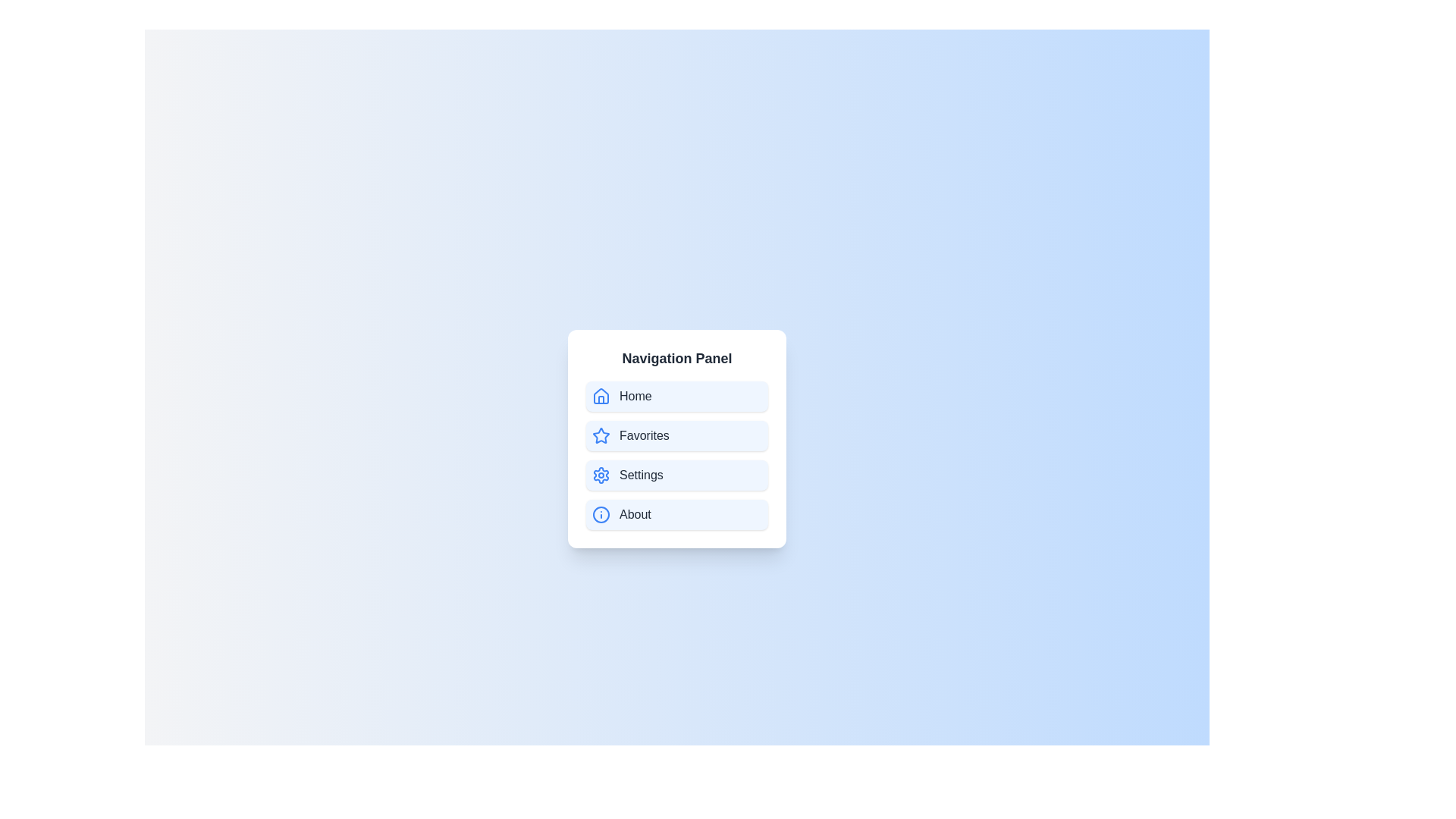 This screenshot has width=1456, height=819. Describe the element at coordinates (641, 475) in the screenshot. I see `the 'Settings' label in the navigation panel, which is the third item in the vertical list and styled in dark gray with a medium-weight font` at that location.